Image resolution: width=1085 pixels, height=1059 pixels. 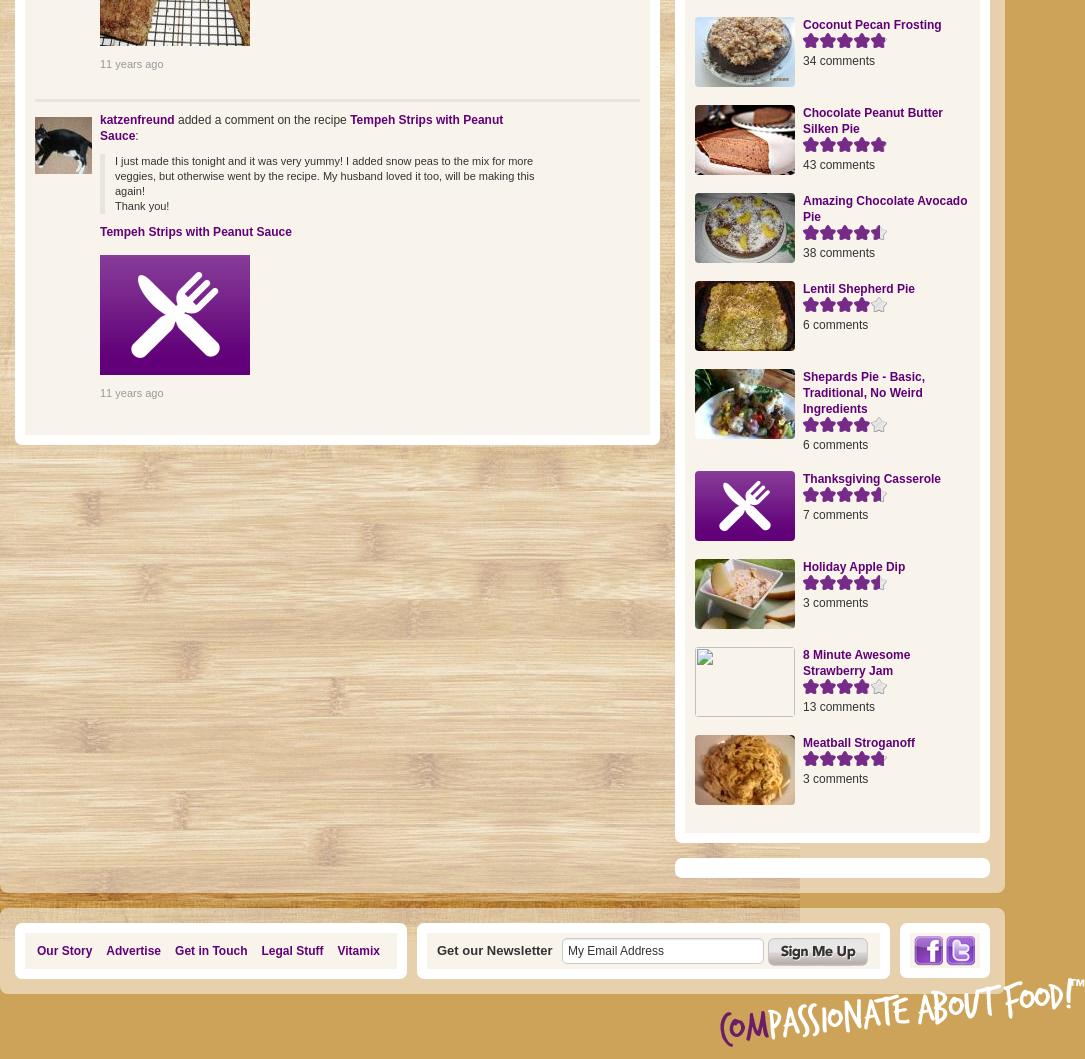 What do you see at coordinates (871, 120) in the screenshot?
I see `'Chocolate Peanut Butter Silken Pie'` at bounding box center [871, 120].